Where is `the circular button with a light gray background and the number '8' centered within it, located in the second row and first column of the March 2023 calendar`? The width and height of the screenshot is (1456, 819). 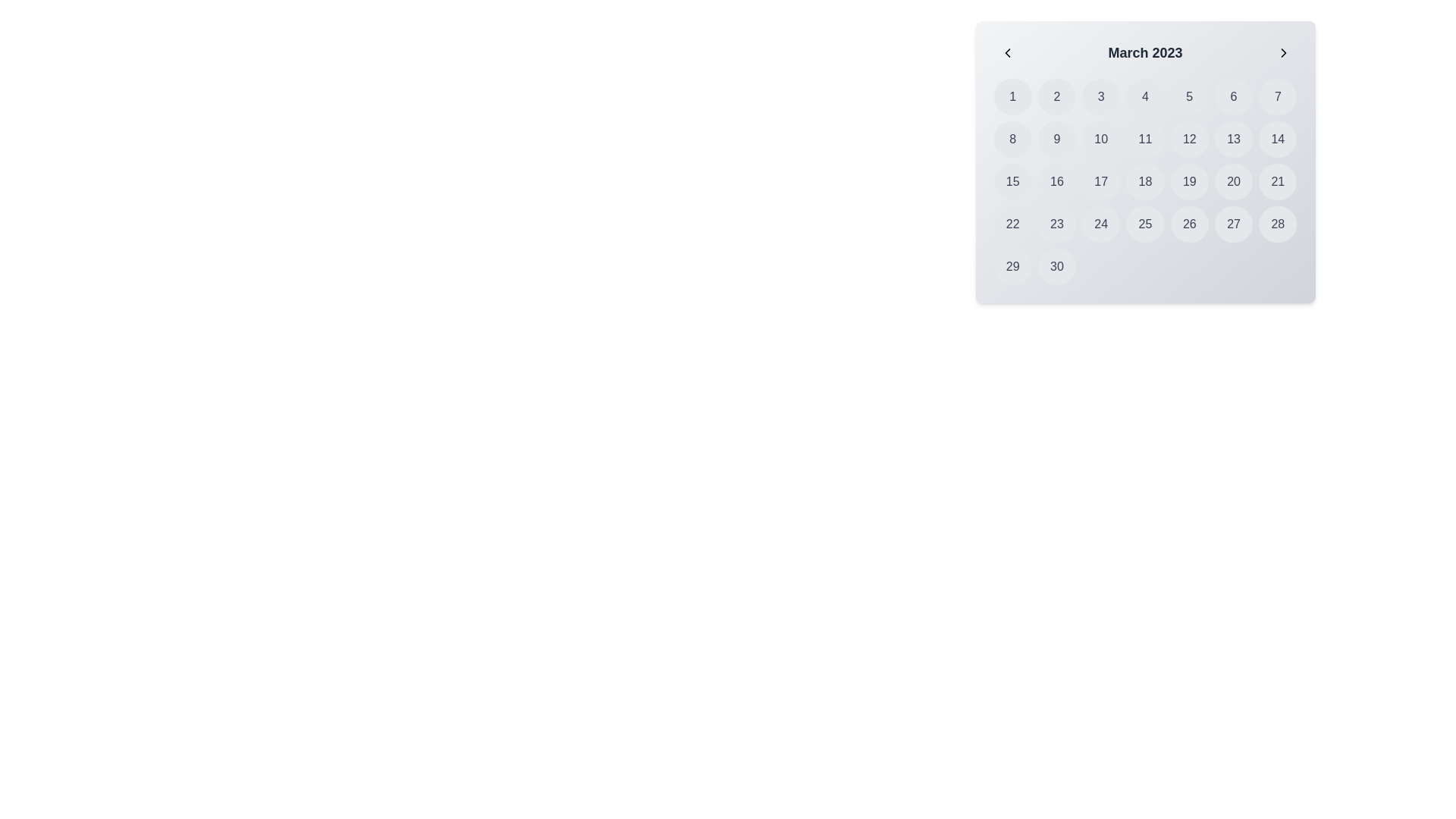 the circular button with a light gray background and the number '8' centered within it, located in the second row and first column of the March 2023 calendar is located at coordinates (1012, 140).